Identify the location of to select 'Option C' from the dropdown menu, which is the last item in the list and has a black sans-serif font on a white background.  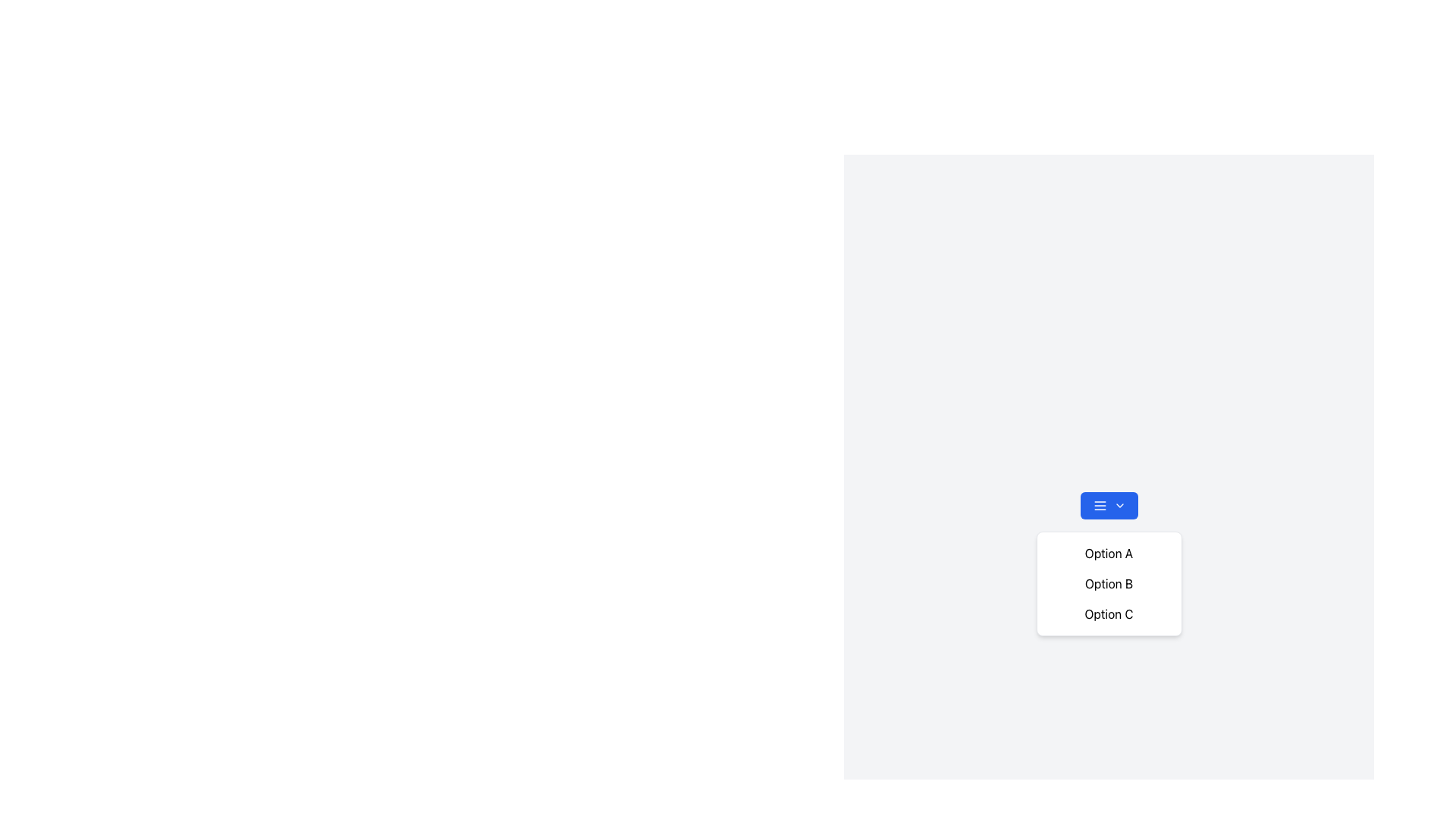
(1109, 614).